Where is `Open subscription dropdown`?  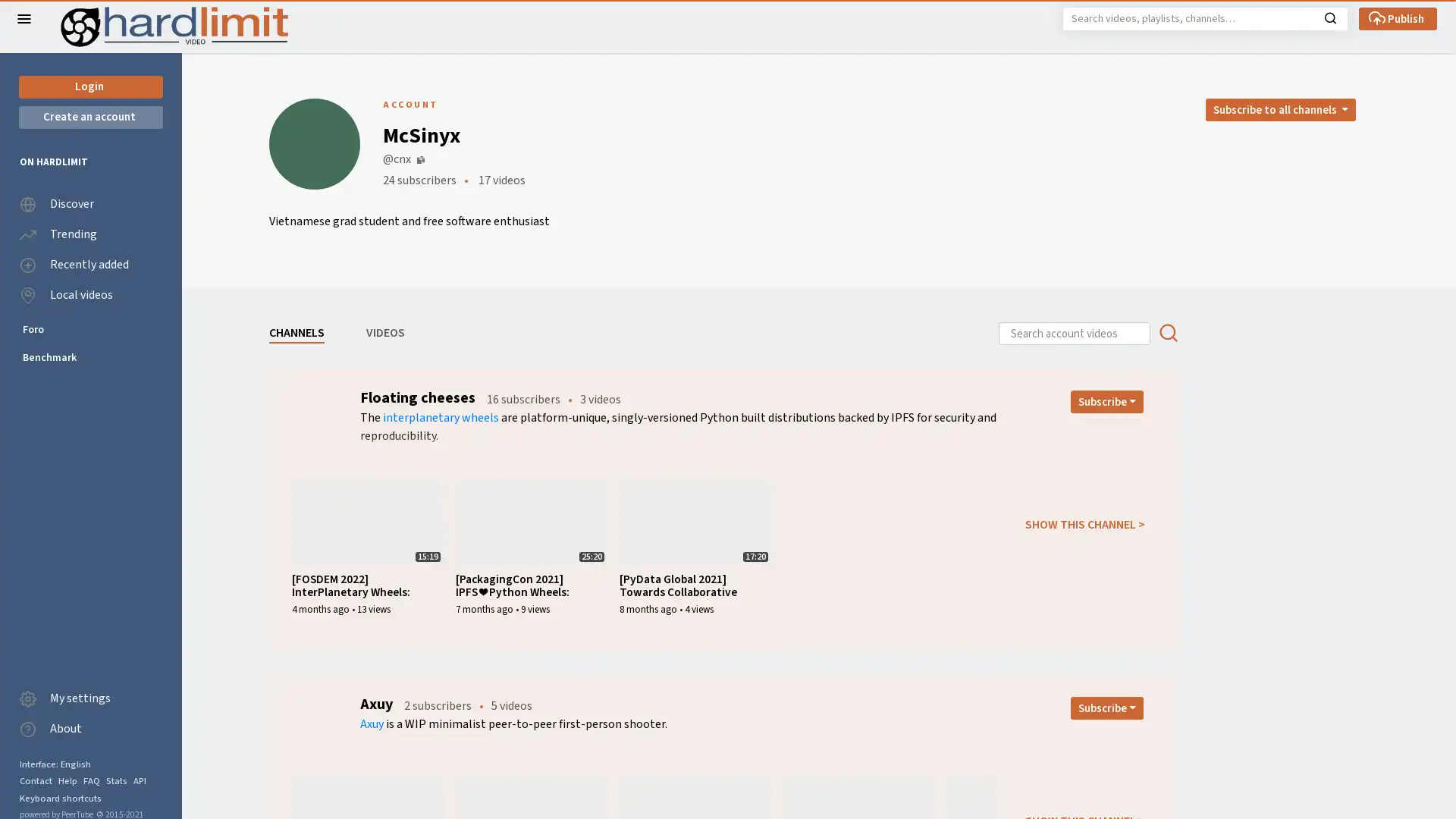 Open subscription dropdown is located at coordinates (1279, 109).